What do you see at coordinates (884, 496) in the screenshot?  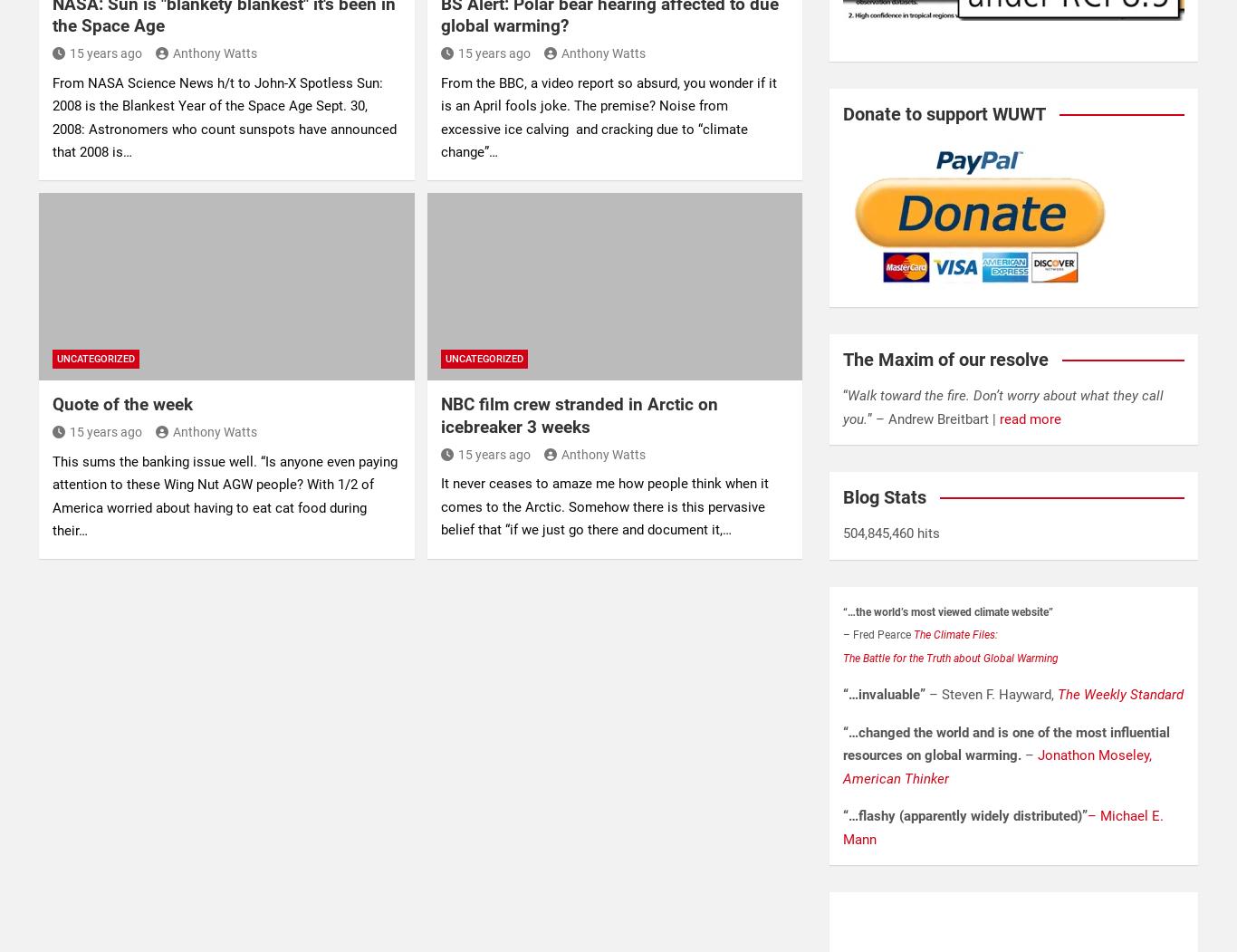 I see `'Blog Stats'` at bounding box center [884, 496].